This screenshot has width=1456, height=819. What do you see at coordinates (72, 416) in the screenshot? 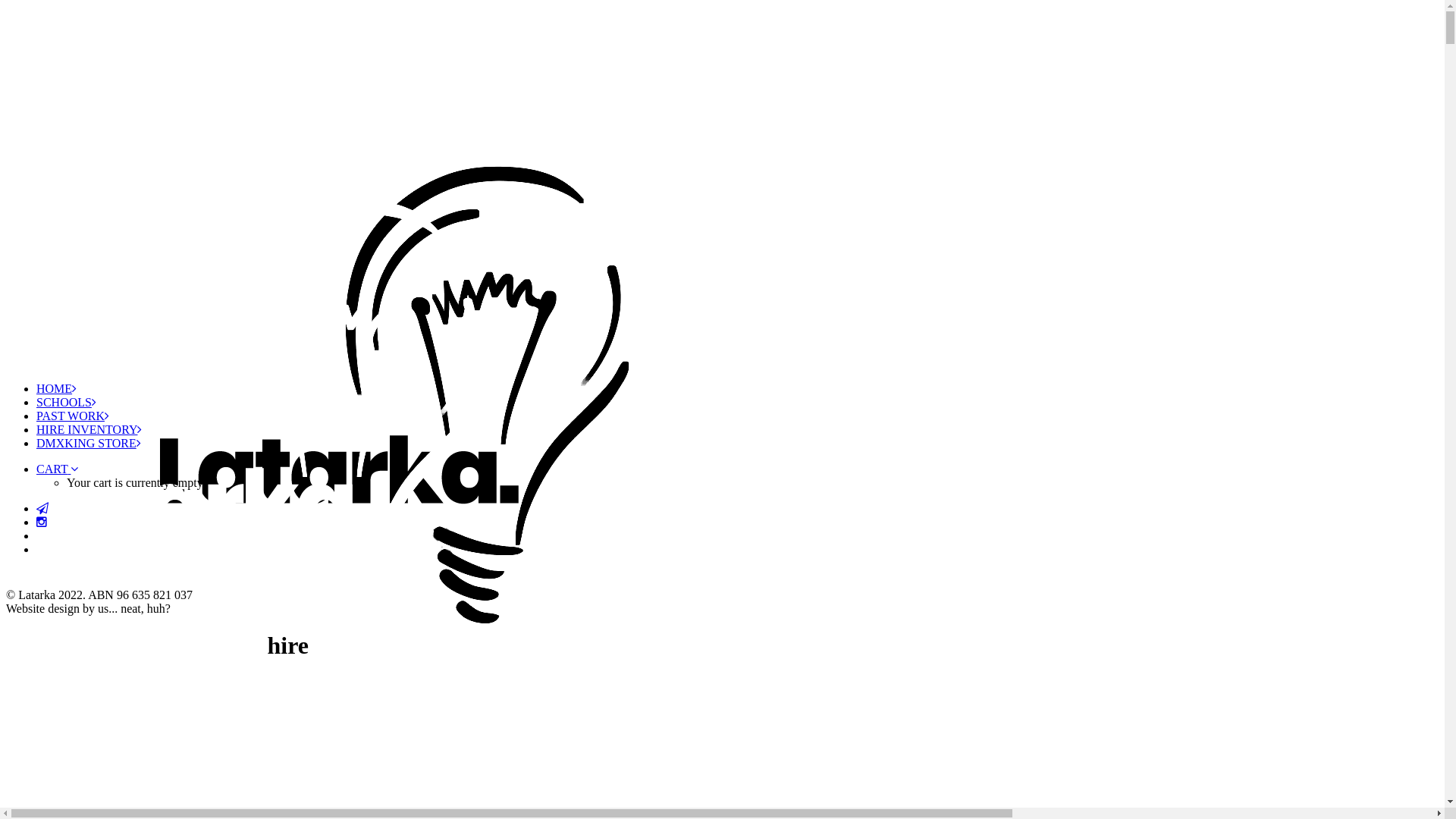
I see `'PAST WORK'` at bounding box center [72, 416].